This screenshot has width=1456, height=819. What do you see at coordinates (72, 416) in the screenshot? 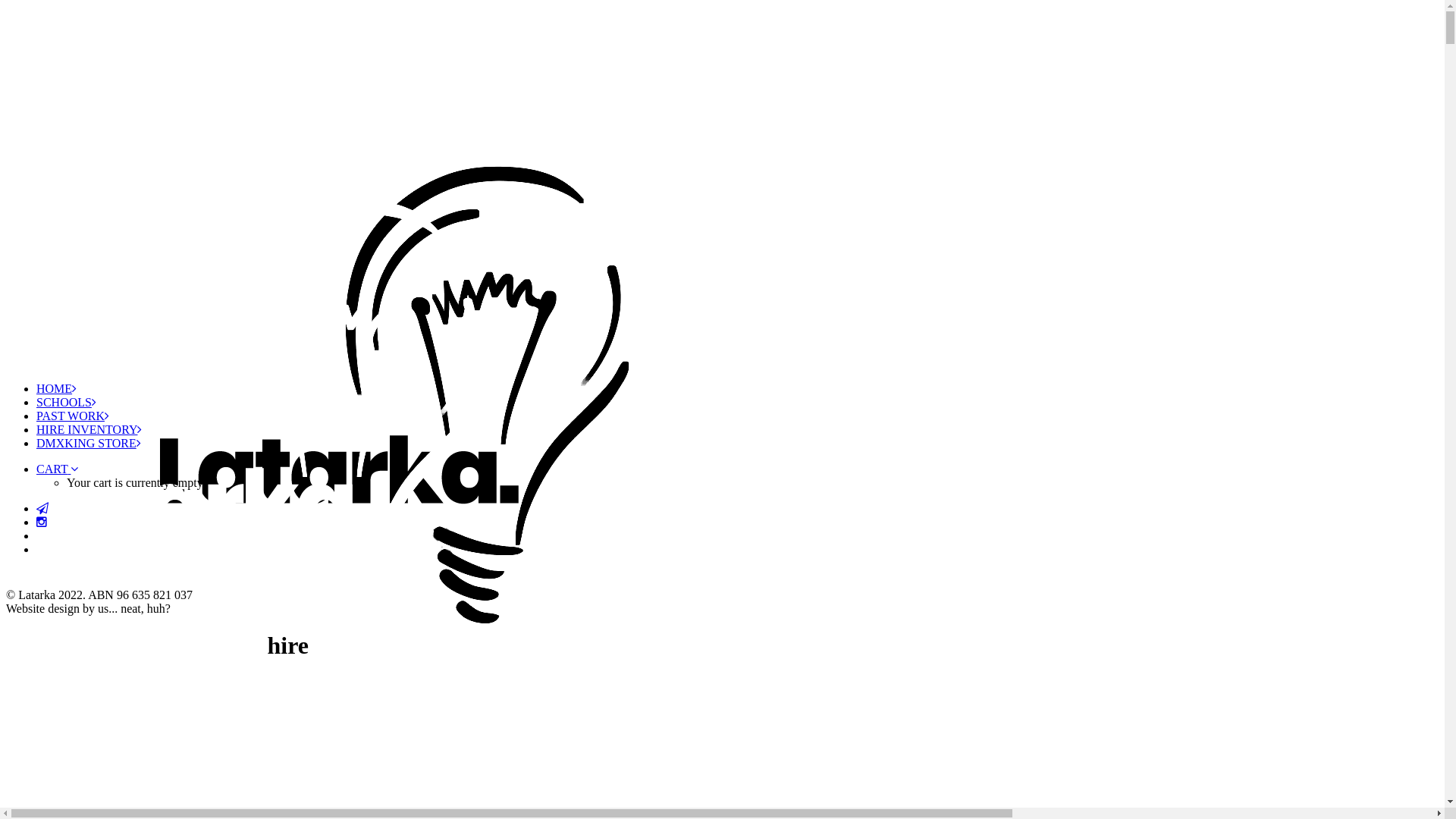
I see `'PAST WORK'` at bounding box center [72, 416].